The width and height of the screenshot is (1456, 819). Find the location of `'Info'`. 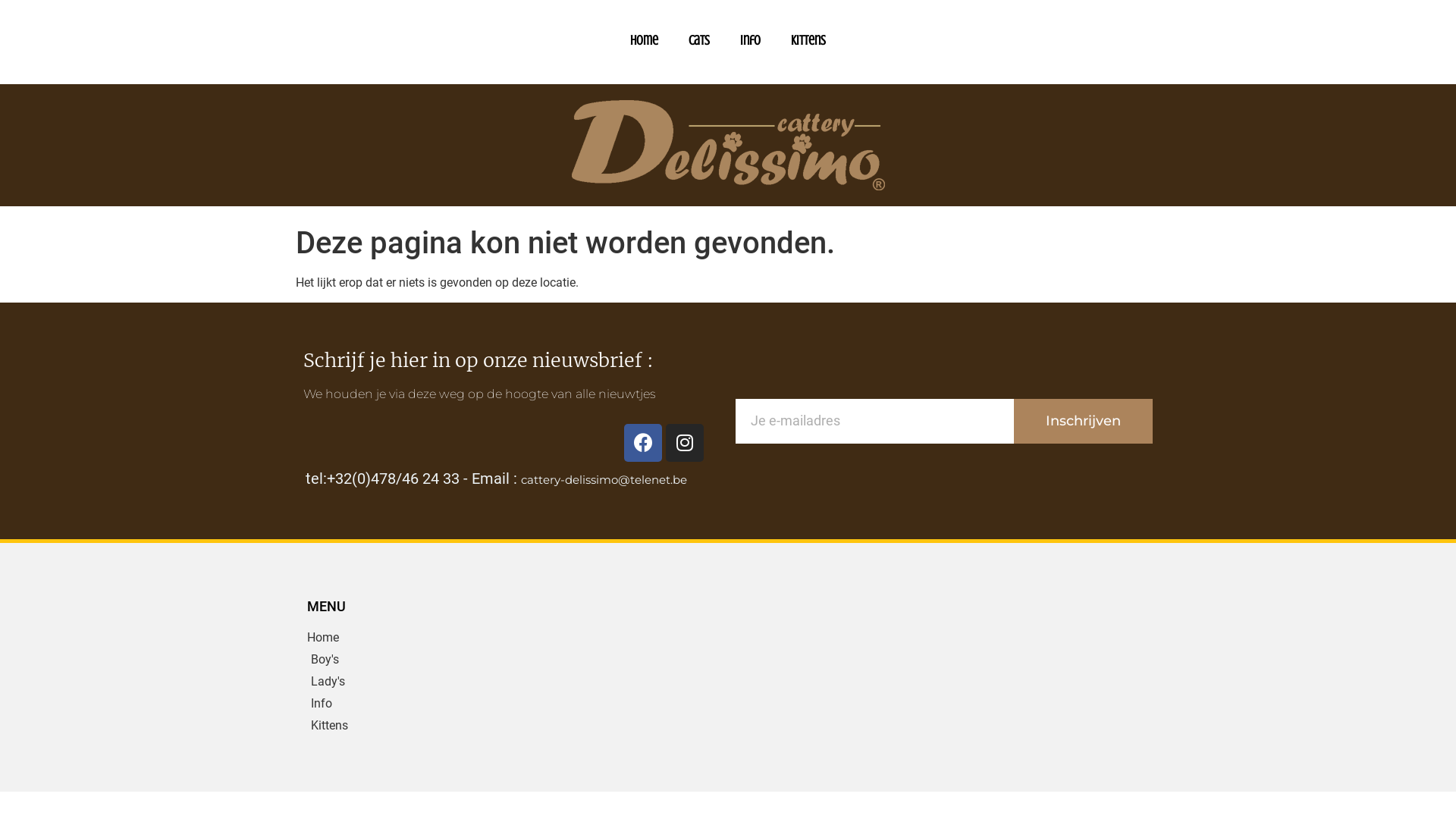

'Info' is located at coordinates (409, 704).